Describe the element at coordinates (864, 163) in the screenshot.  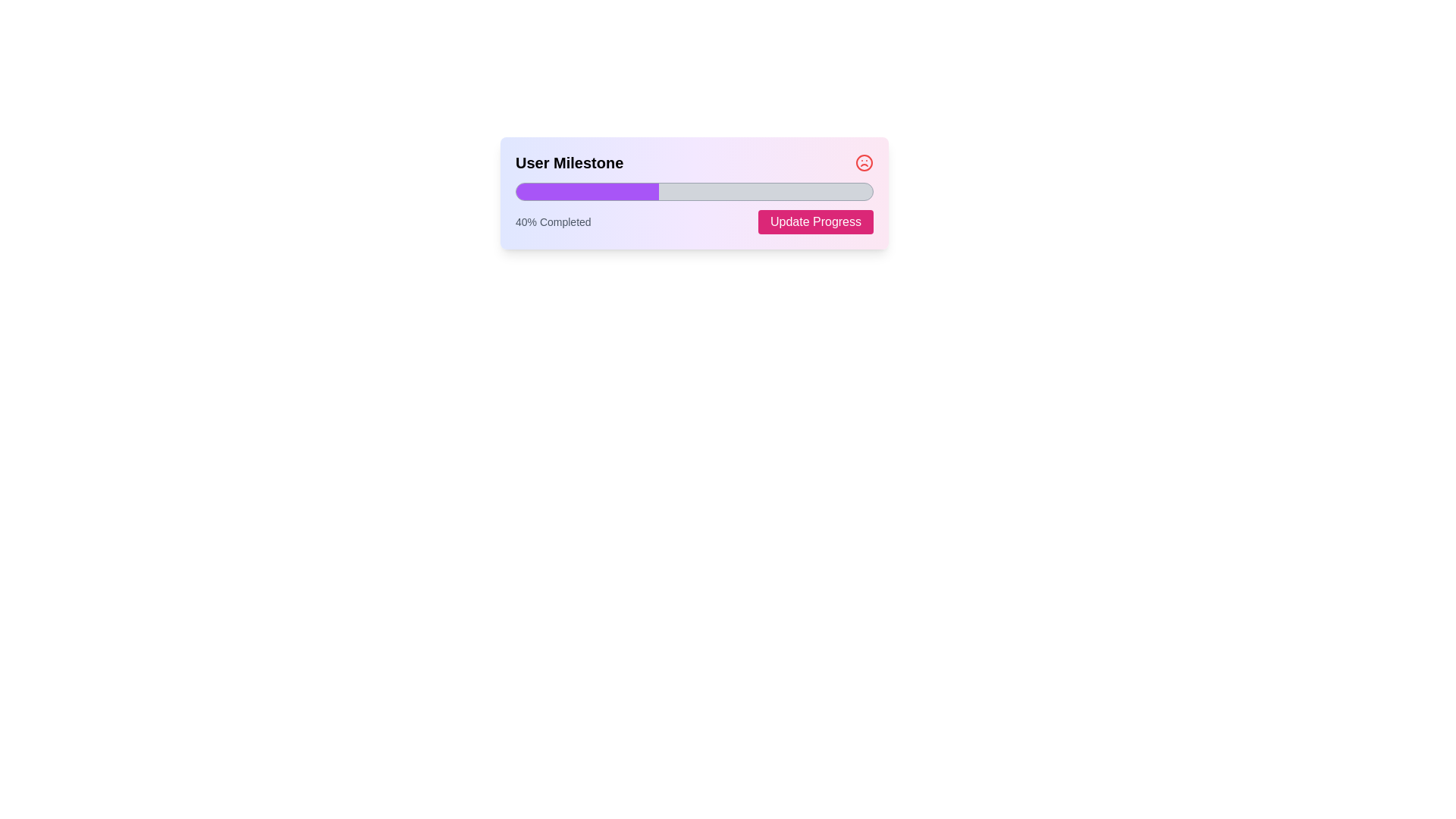
I see `the alert icon in the top-right corner of the 'User Milestone' module` at that location.